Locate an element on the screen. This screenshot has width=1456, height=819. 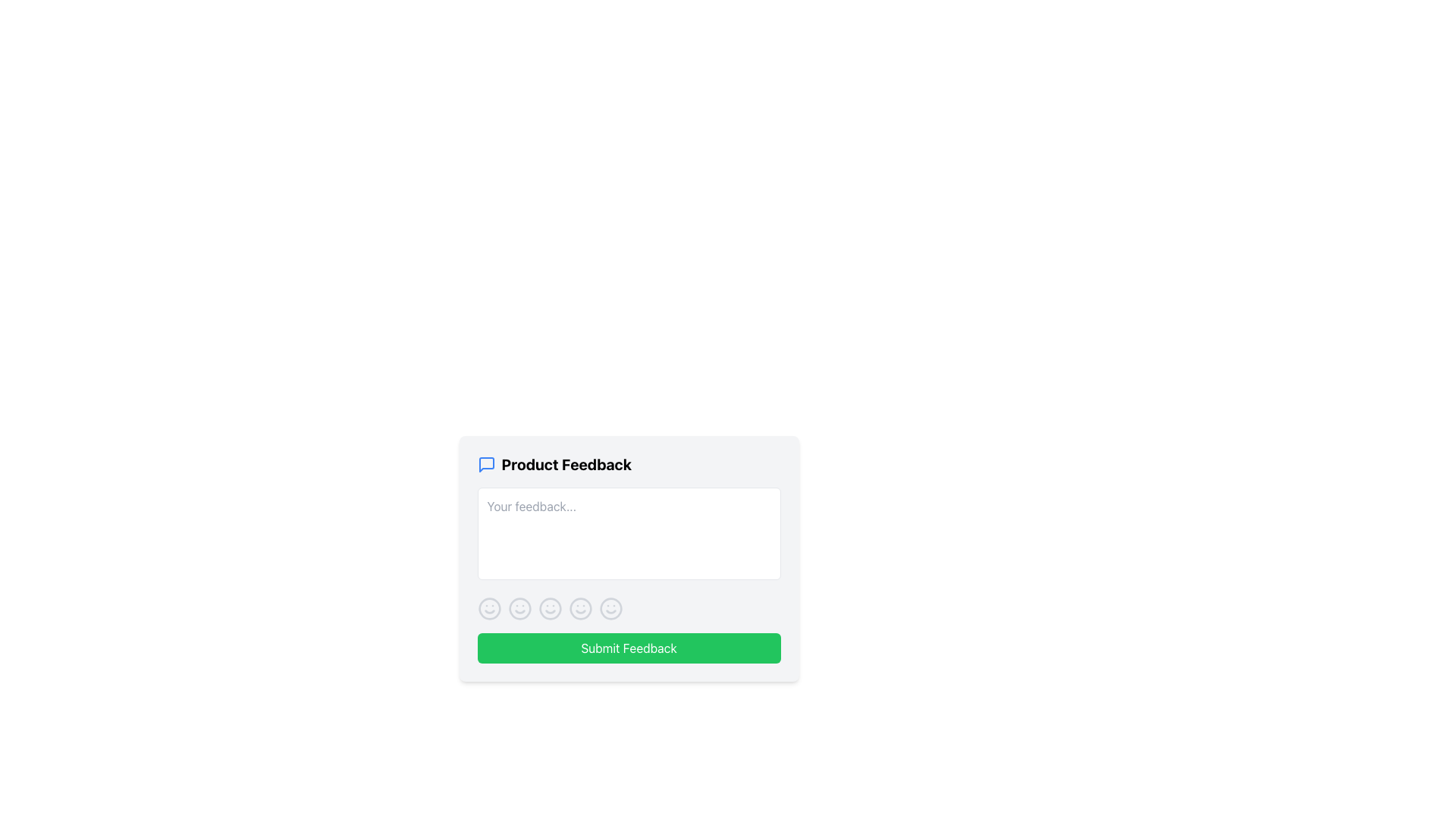
the Label with Icon that indicates the feedback section at the top-left of the card layout, which serves as a title for providing product-related feedback is located at coordinates (629, 464).